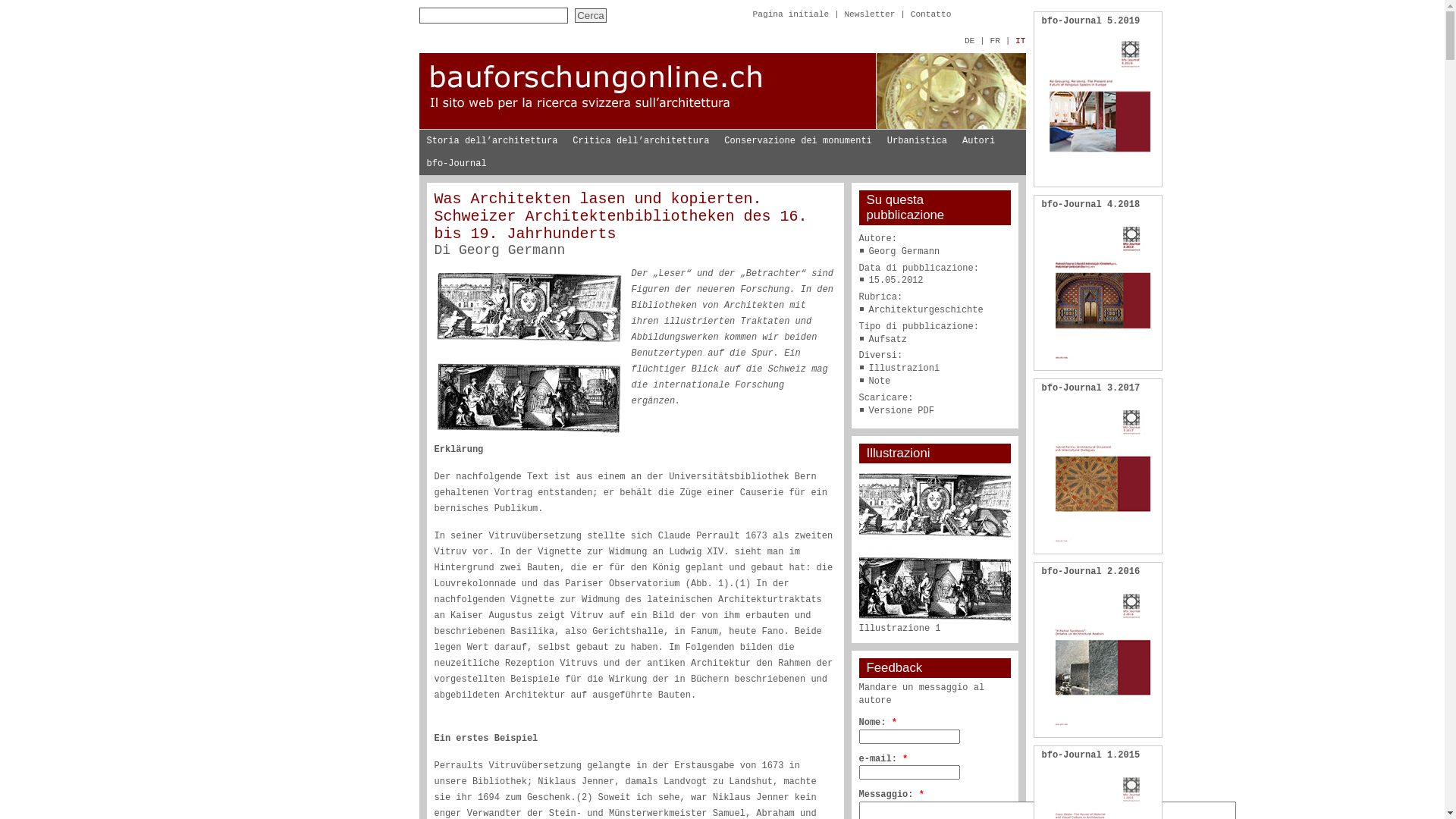  Describe the element at coordinates (1020, 40) in the screenshot. I see `'IT'` at that location.